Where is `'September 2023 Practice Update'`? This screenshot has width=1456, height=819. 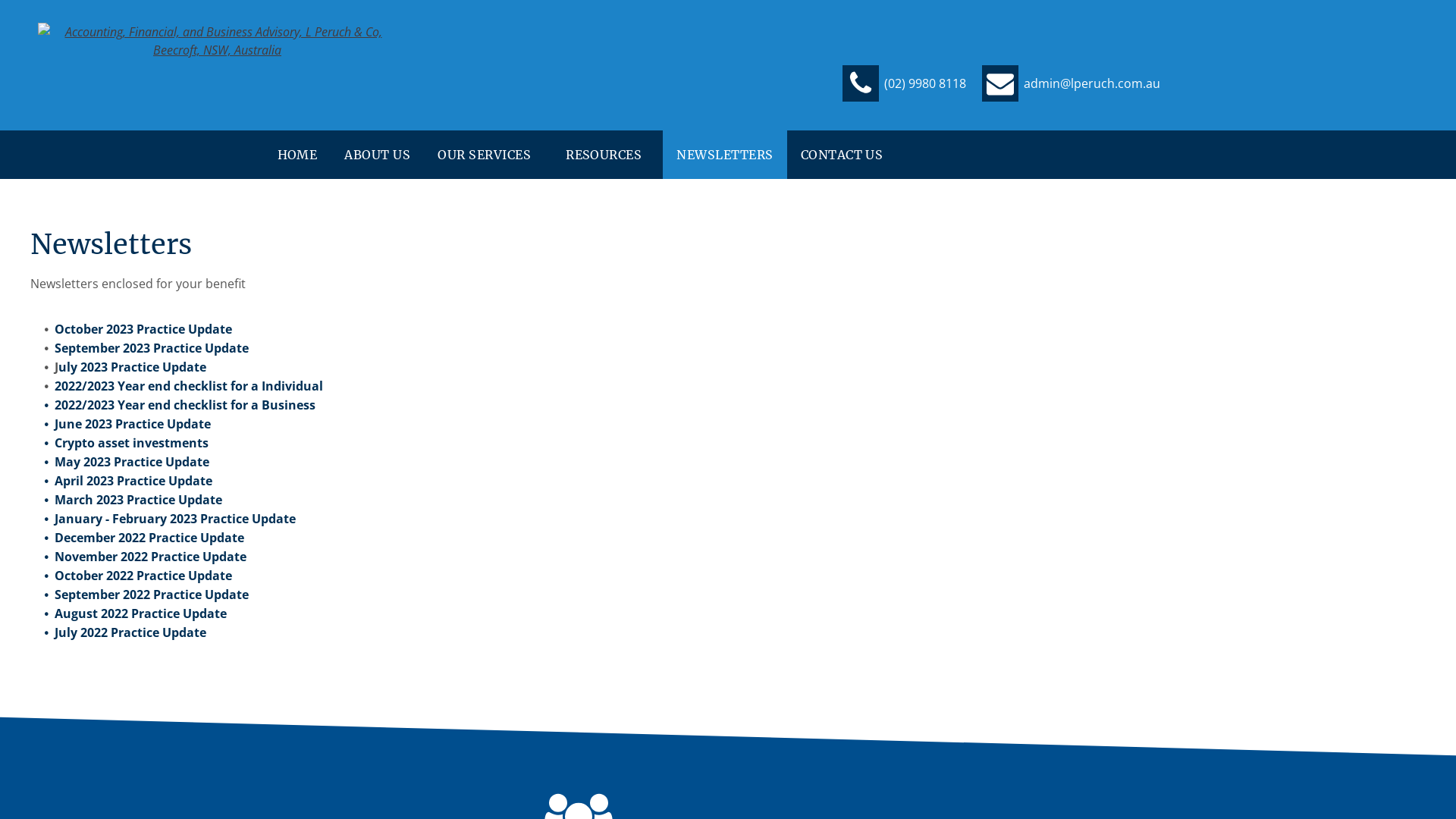 'September 2023 Practice Update' is located at coordinates (152, 348).